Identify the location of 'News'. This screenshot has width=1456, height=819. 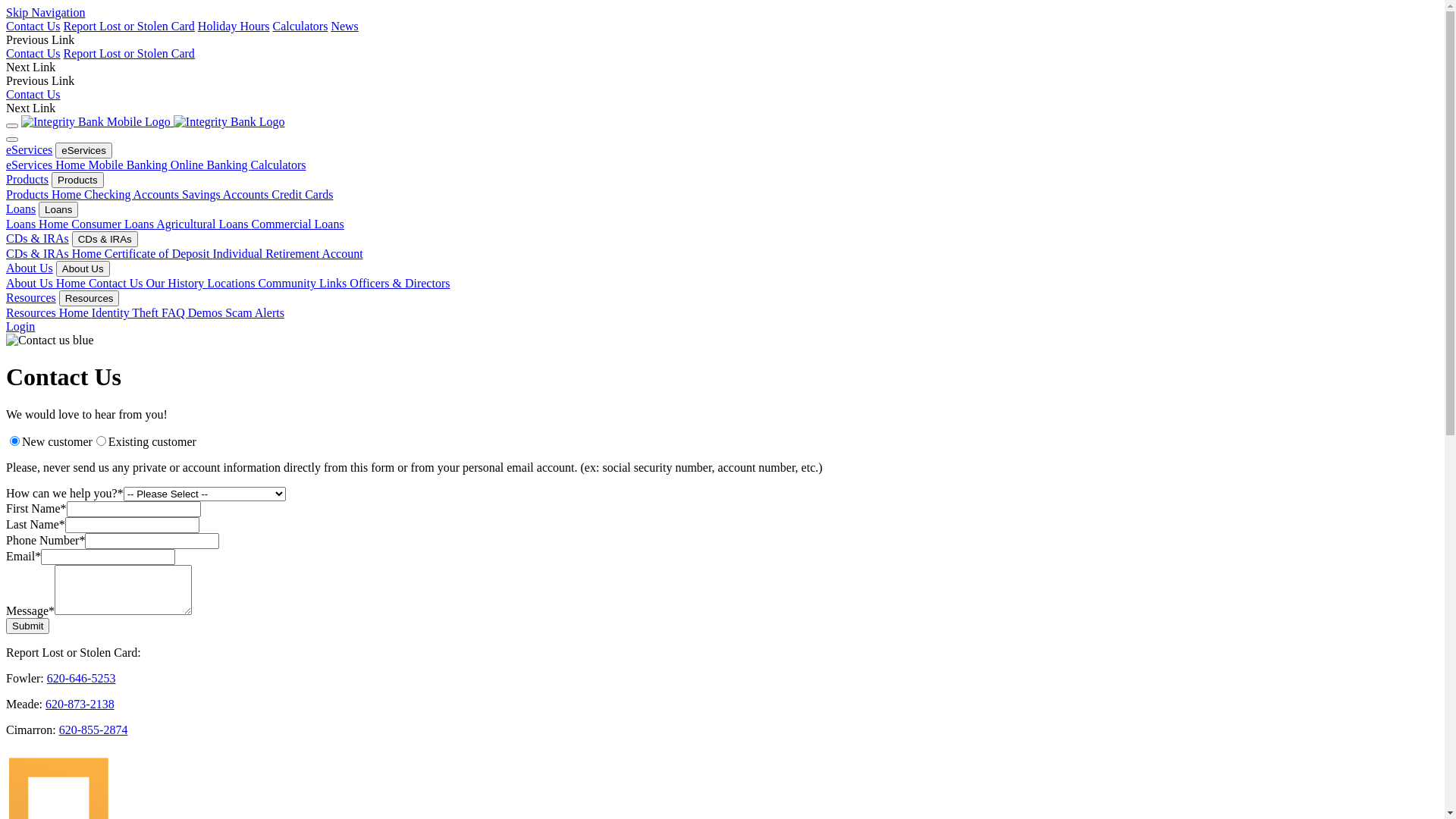
(330, 26).